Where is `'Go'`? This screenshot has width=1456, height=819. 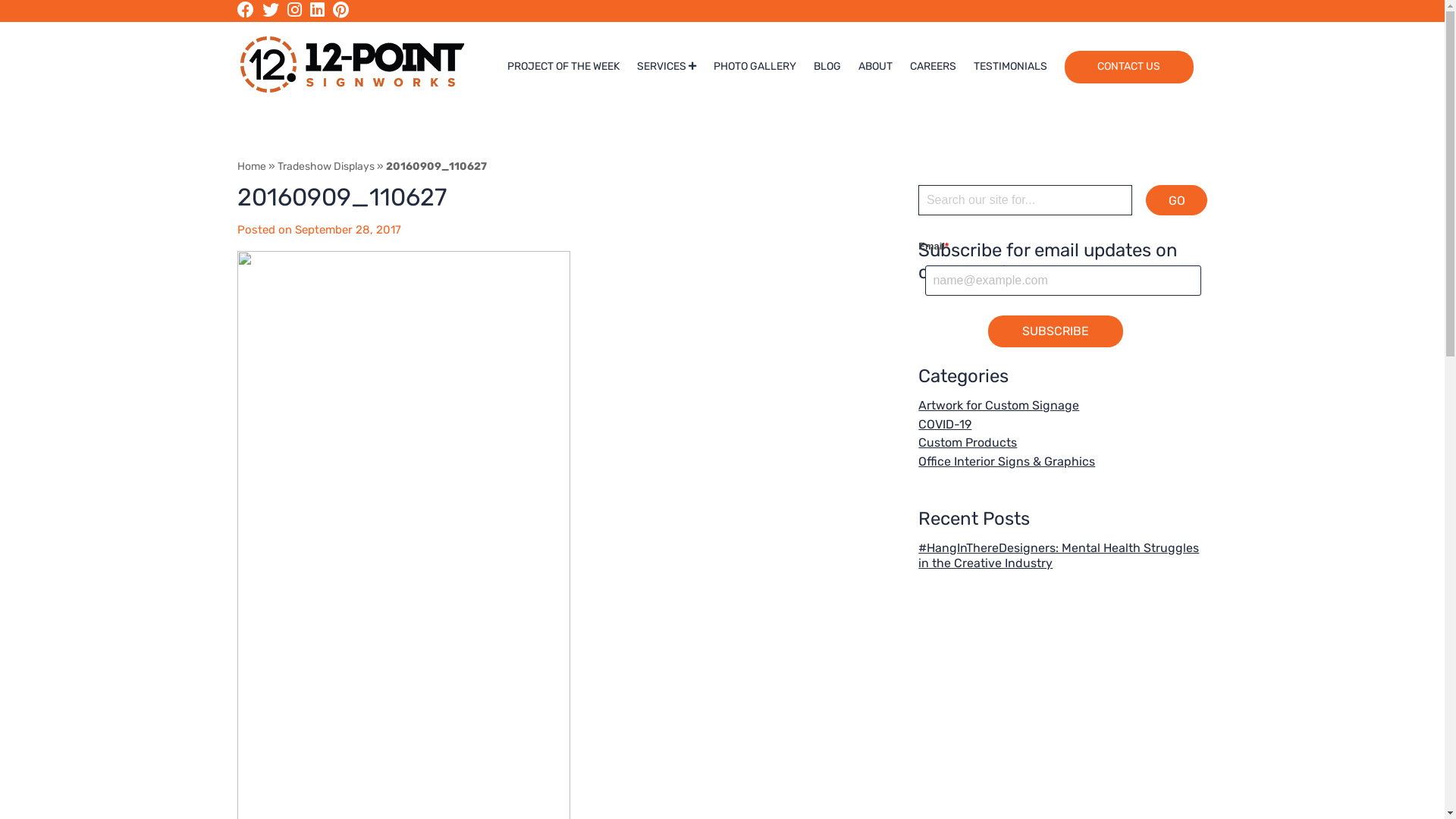
'Go' is located at coordinates (1175, 199).